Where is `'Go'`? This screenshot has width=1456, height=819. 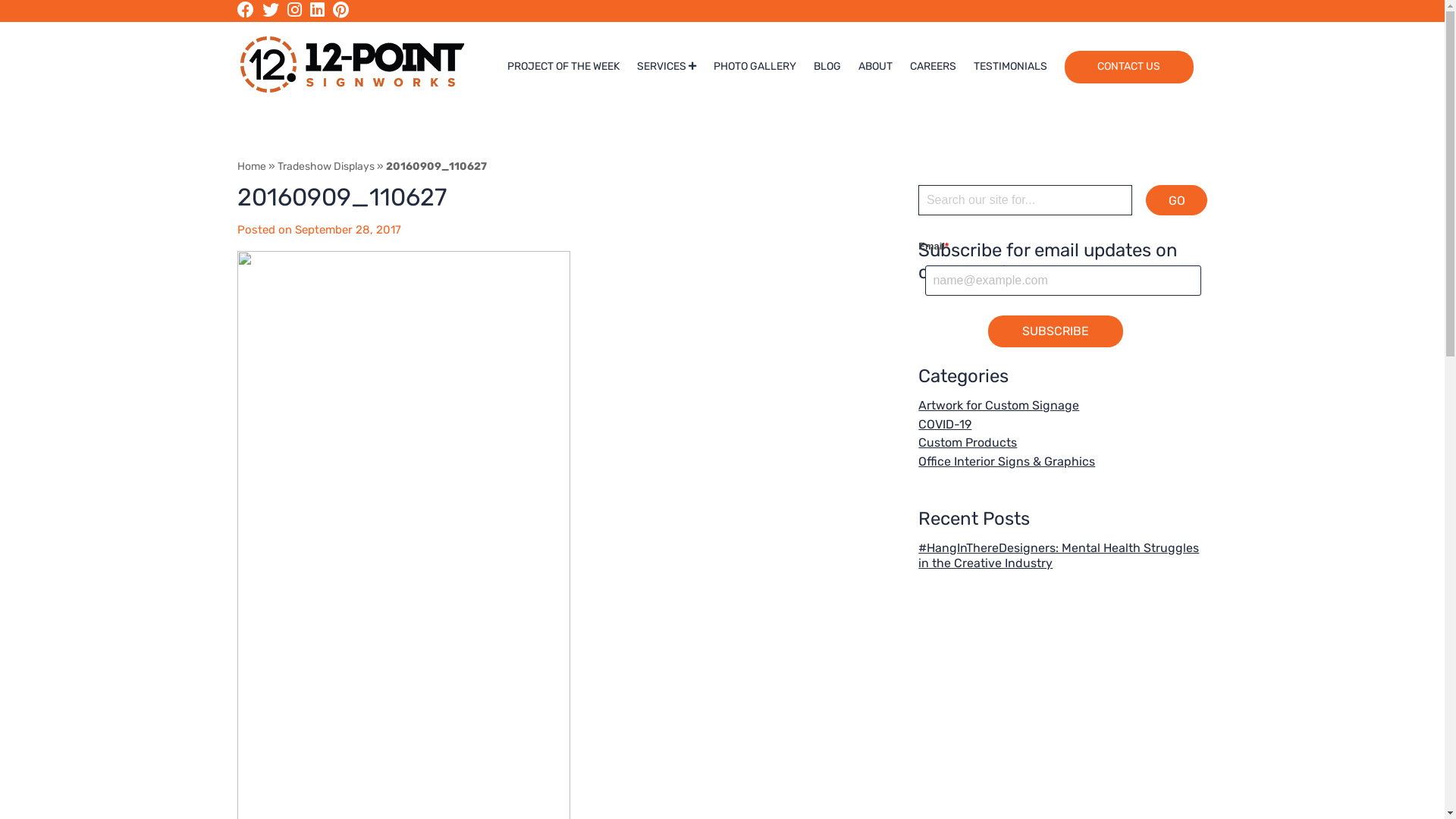
'Go' is located at coordinates (1175, 199).